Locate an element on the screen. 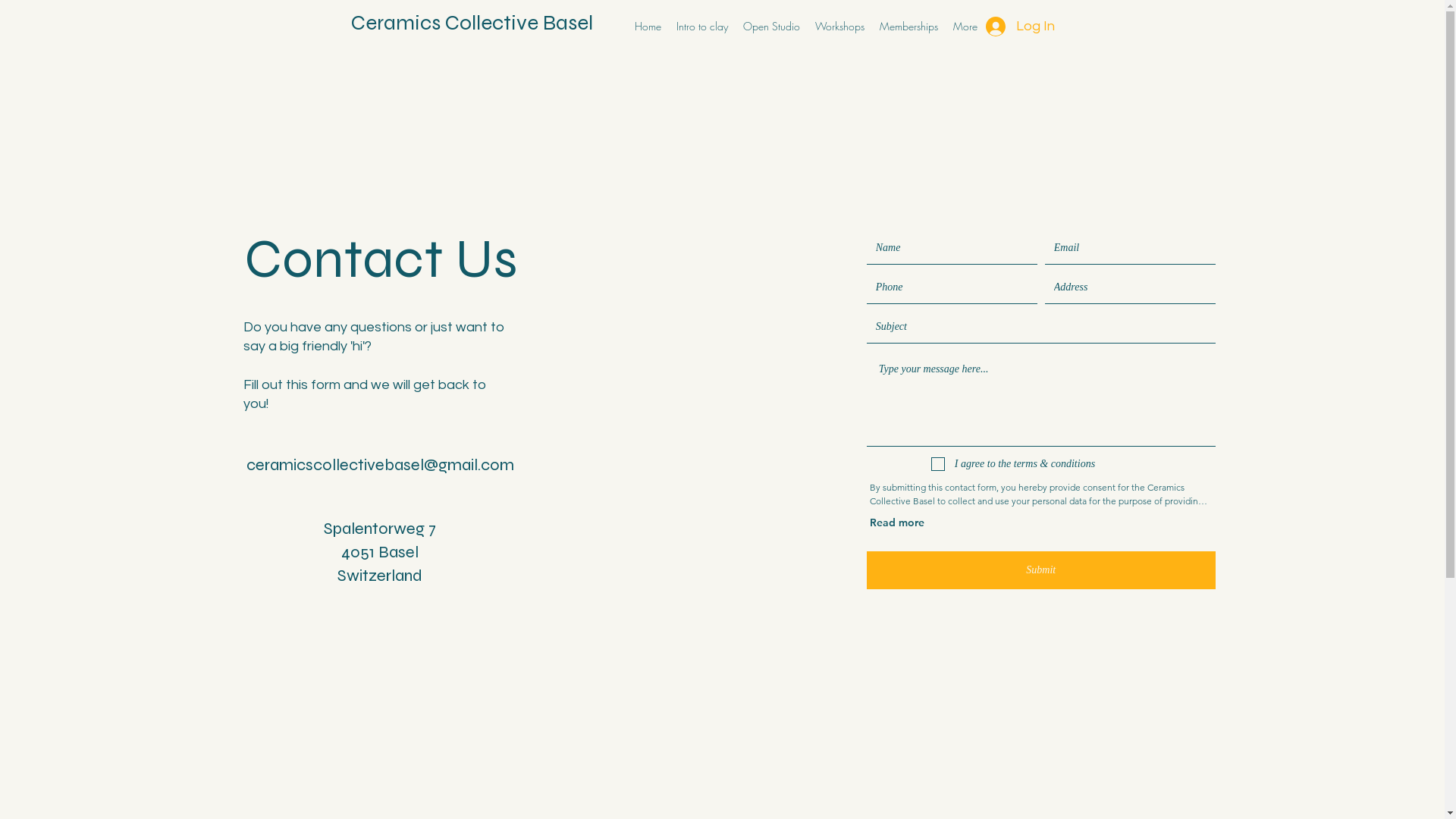  'Open Studio' is located at coordinates (771, 26).